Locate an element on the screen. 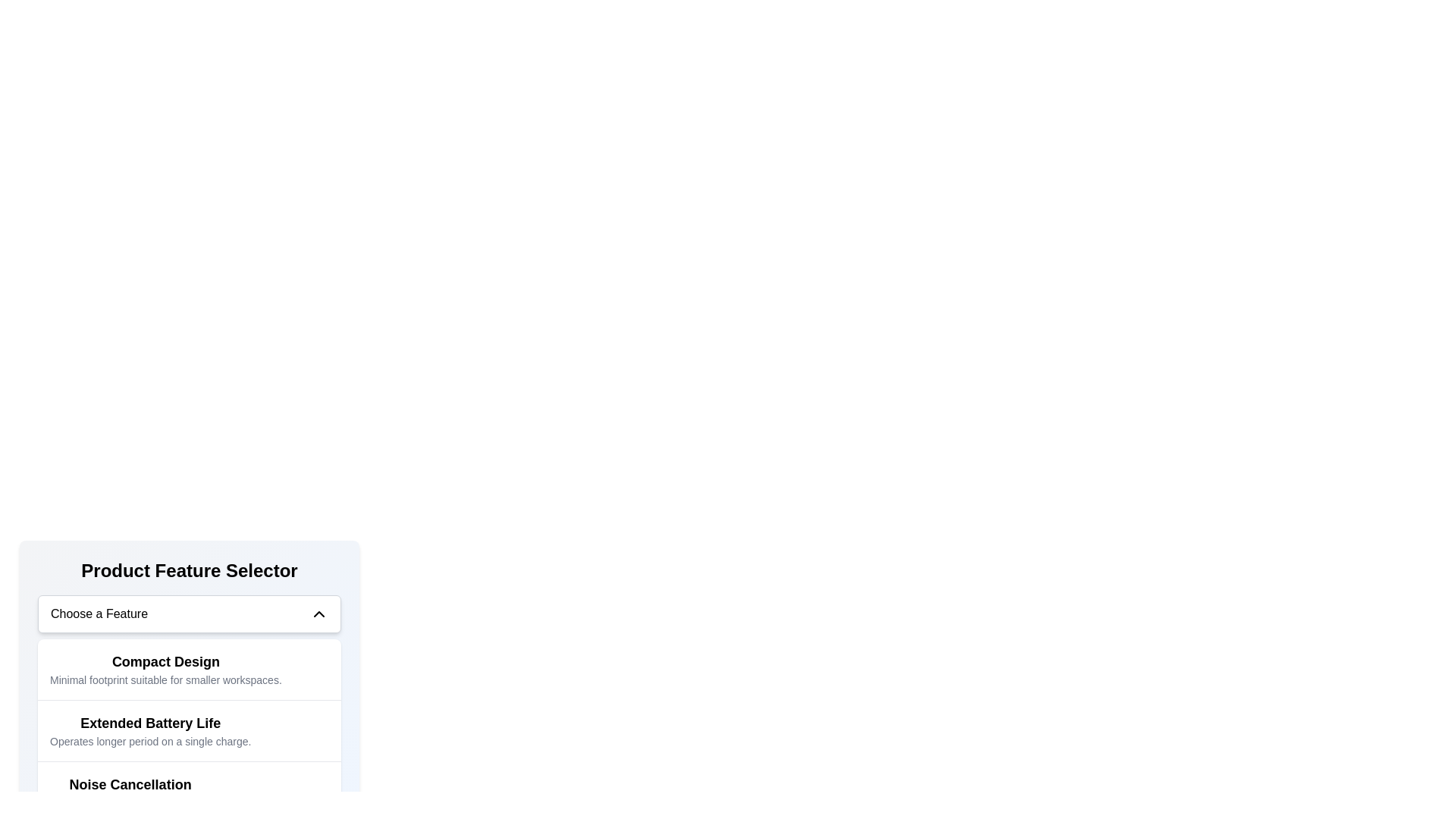 This screenshot has width=1456, height=819. descriptive text label 'Operates longer period on a single charge.' which is styled in smaller gray font and located directly below the heading 'Extended Battery Life' in the 'Product Feature Selector' section is located at coordinates (150, 741).